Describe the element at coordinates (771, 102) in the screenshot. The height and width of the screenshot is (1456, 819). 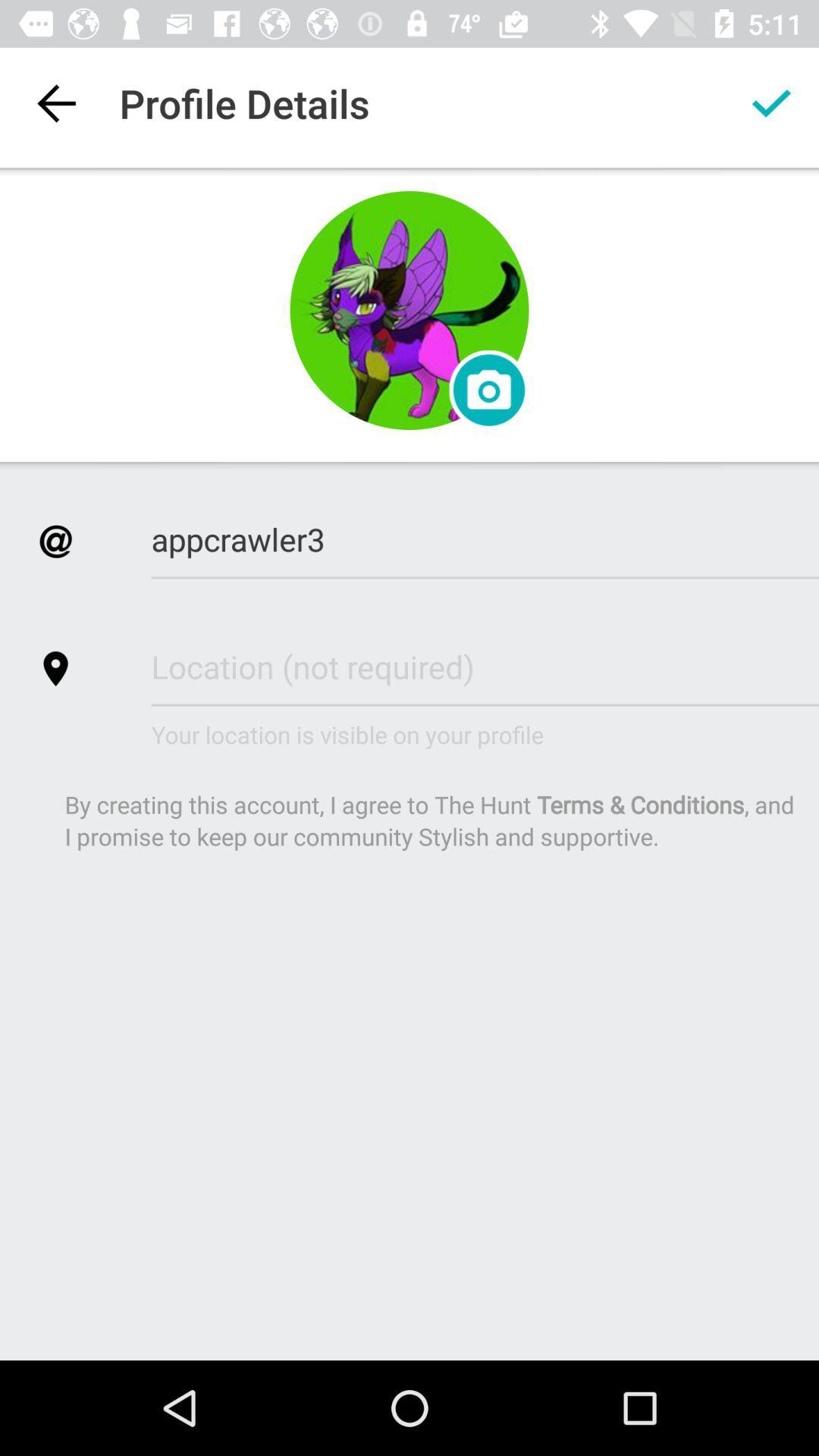
I see `the app to the right of profile details app` at that location.